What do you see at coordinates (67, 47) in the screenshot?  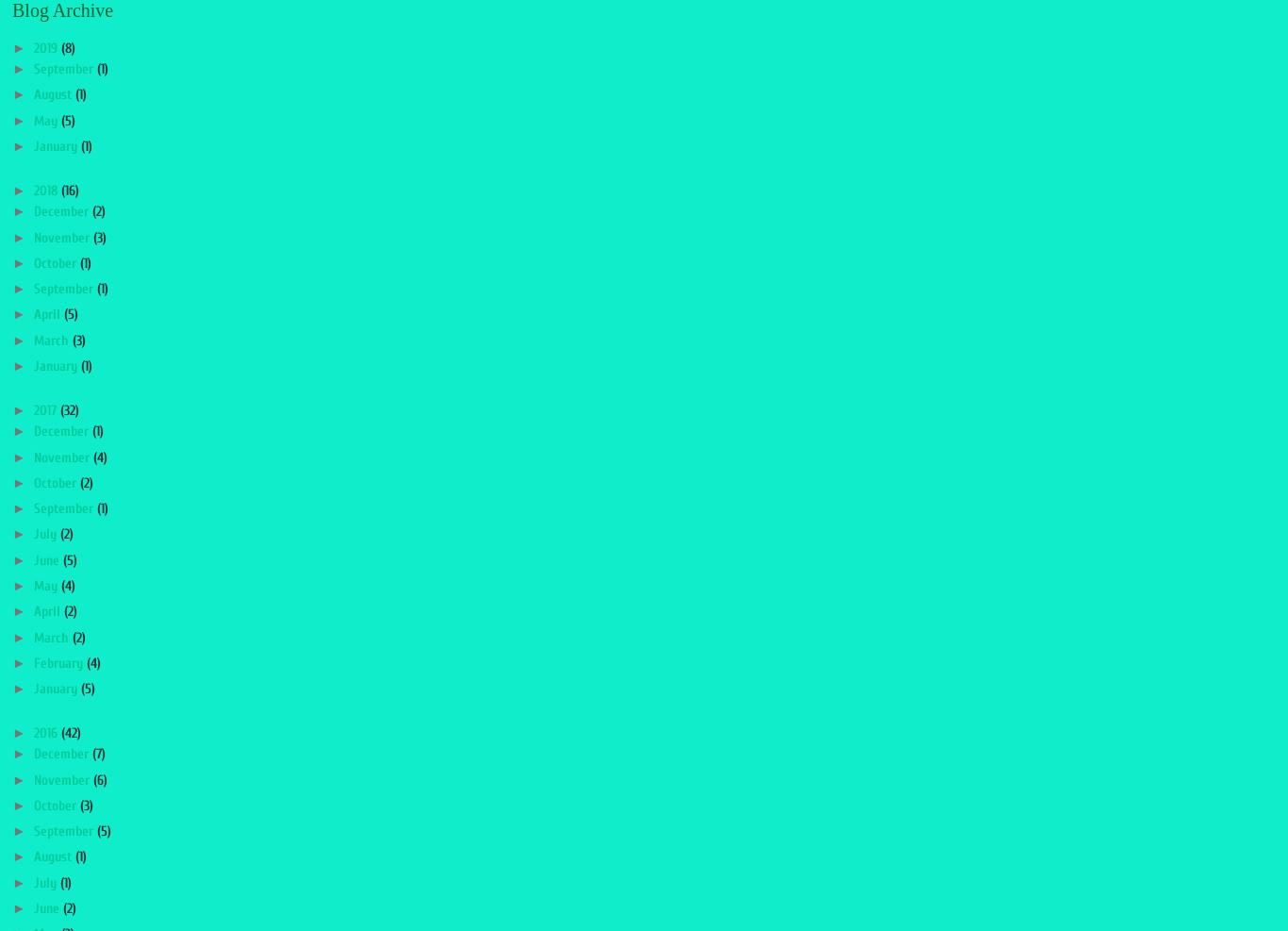 I see `'(8)'` at bounding box center [67, 47].